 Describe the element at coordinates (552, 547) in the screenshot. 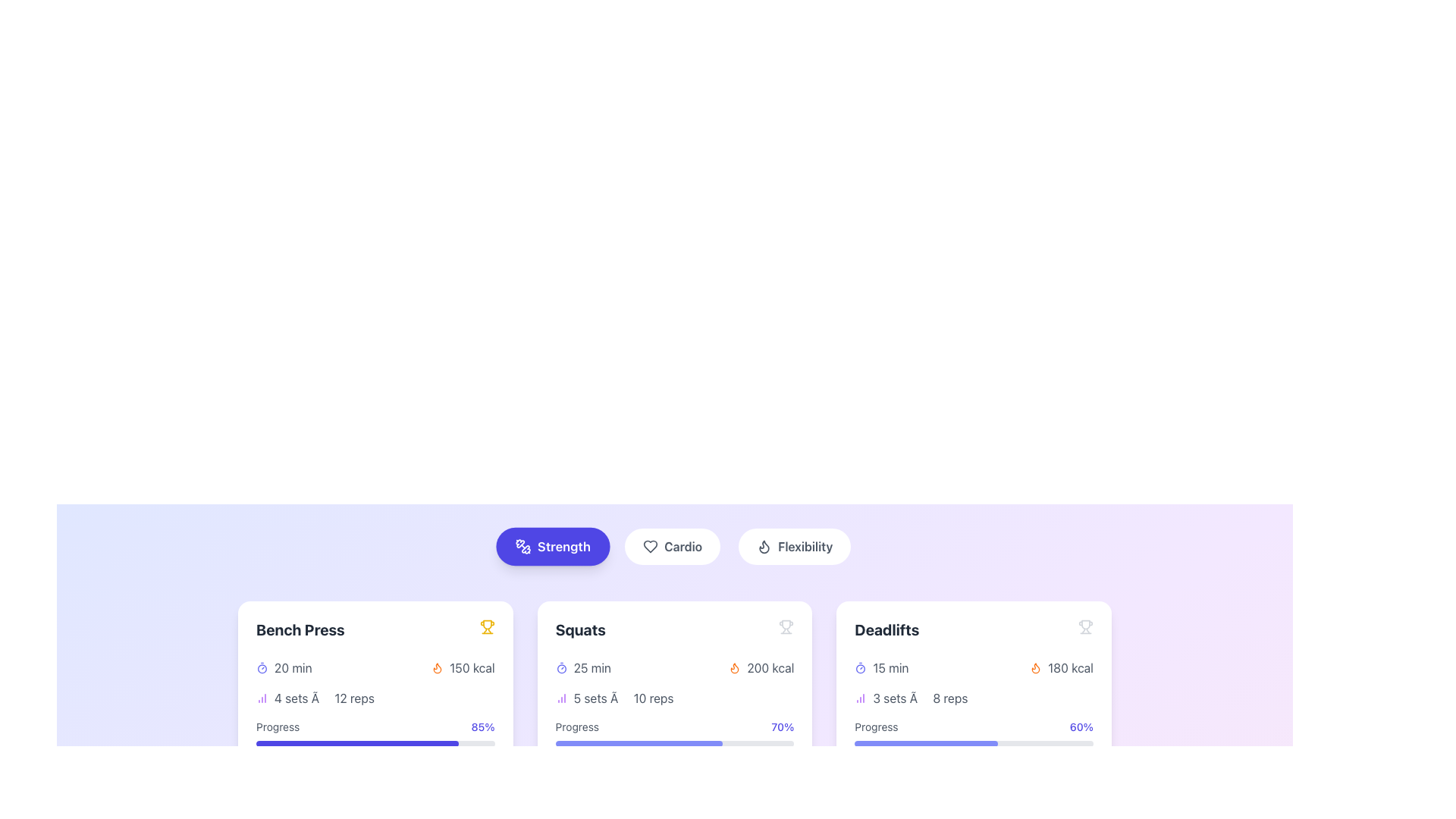

I see `the first button in the horizontal group` at that location.